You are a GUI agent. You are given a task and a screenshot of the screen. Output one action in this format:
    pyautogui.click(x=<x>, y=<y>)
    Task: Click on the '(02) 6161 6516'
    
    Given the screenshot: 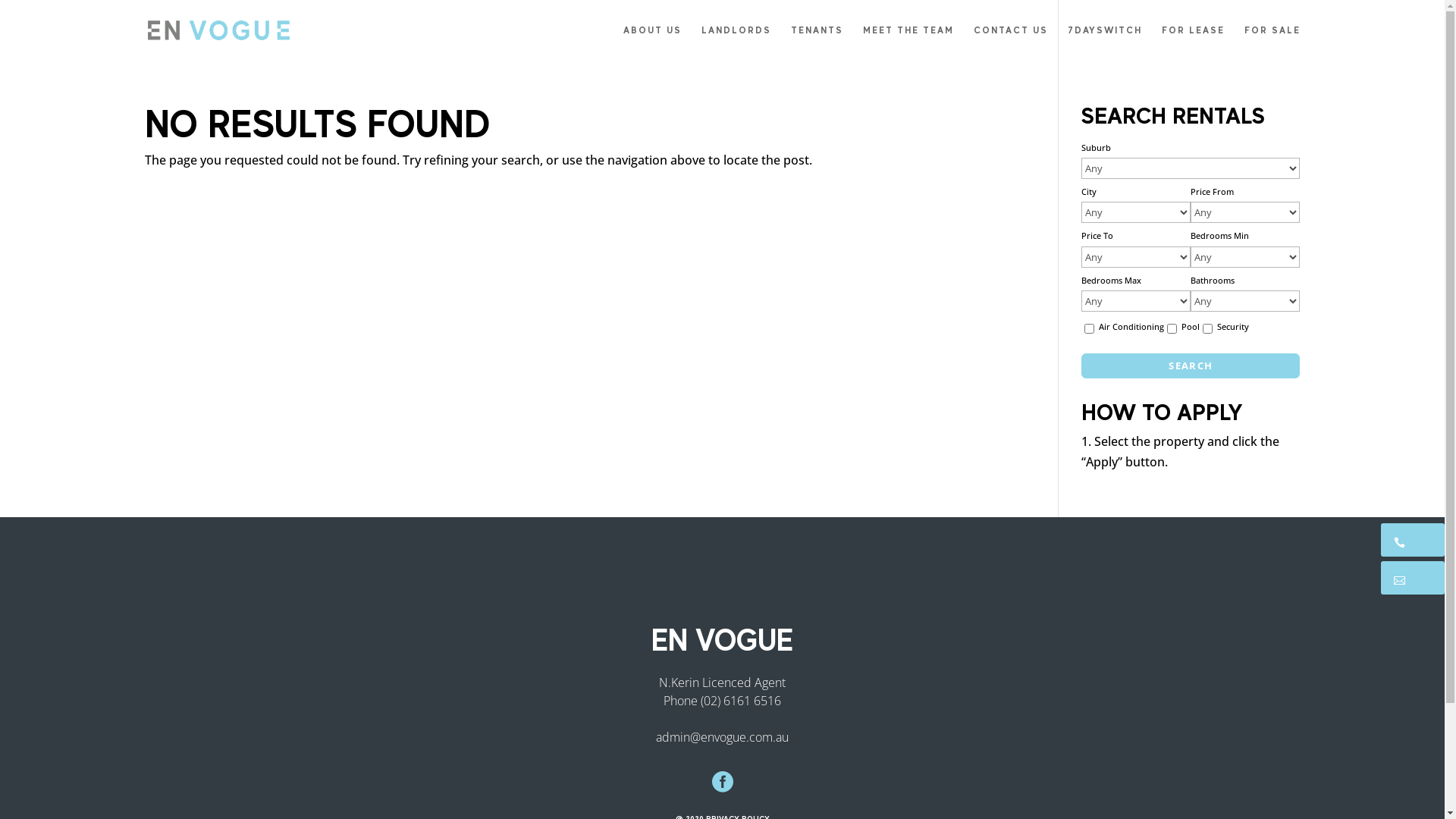 What is the action you would take?
    pyautogui.click(x=700, y=699)
    